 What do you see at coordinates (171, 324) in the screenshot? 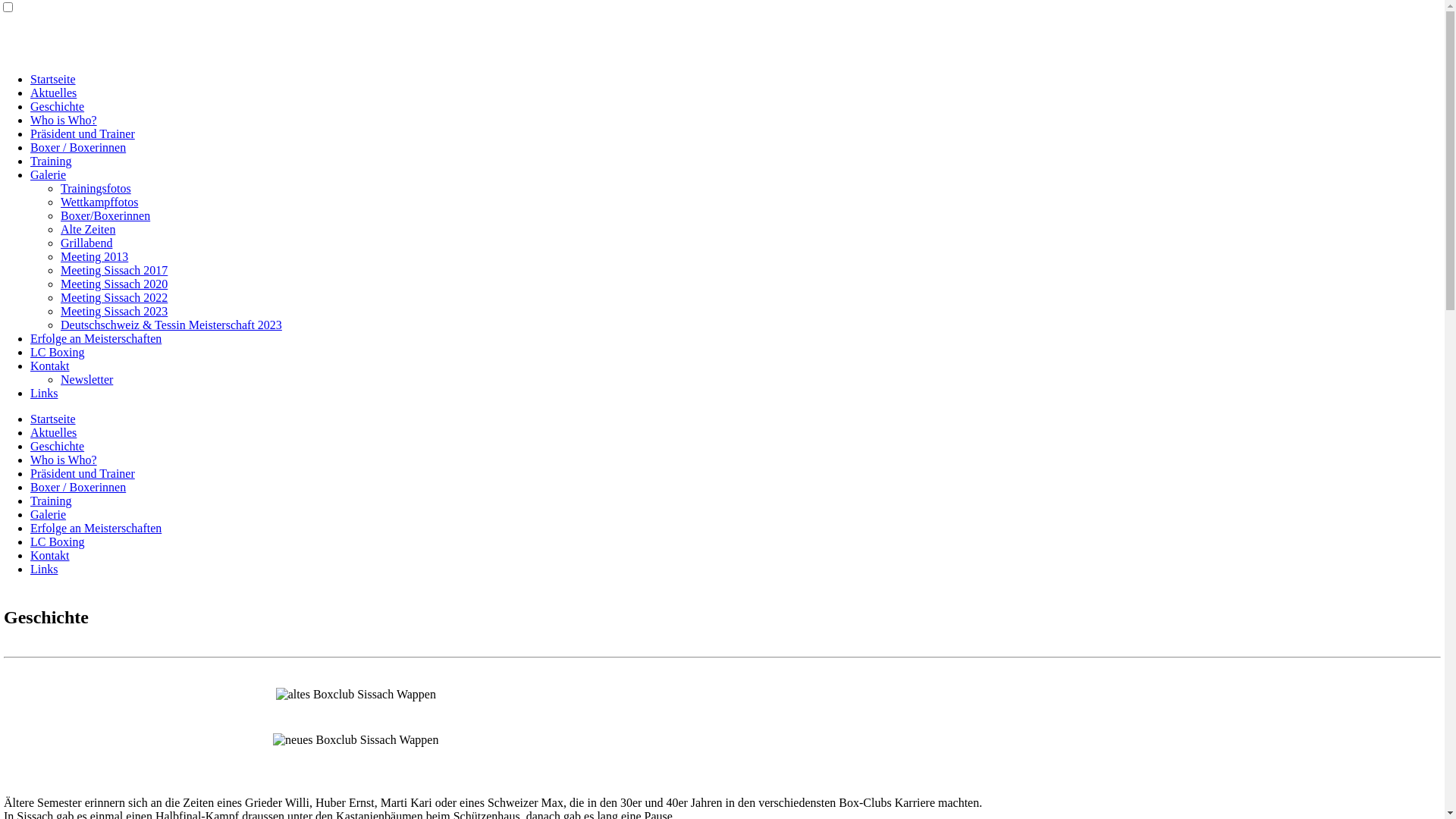
I see `'Deutschschweiz & Tessin Meisterschaft 2023'` at bounding box center [171, 324].